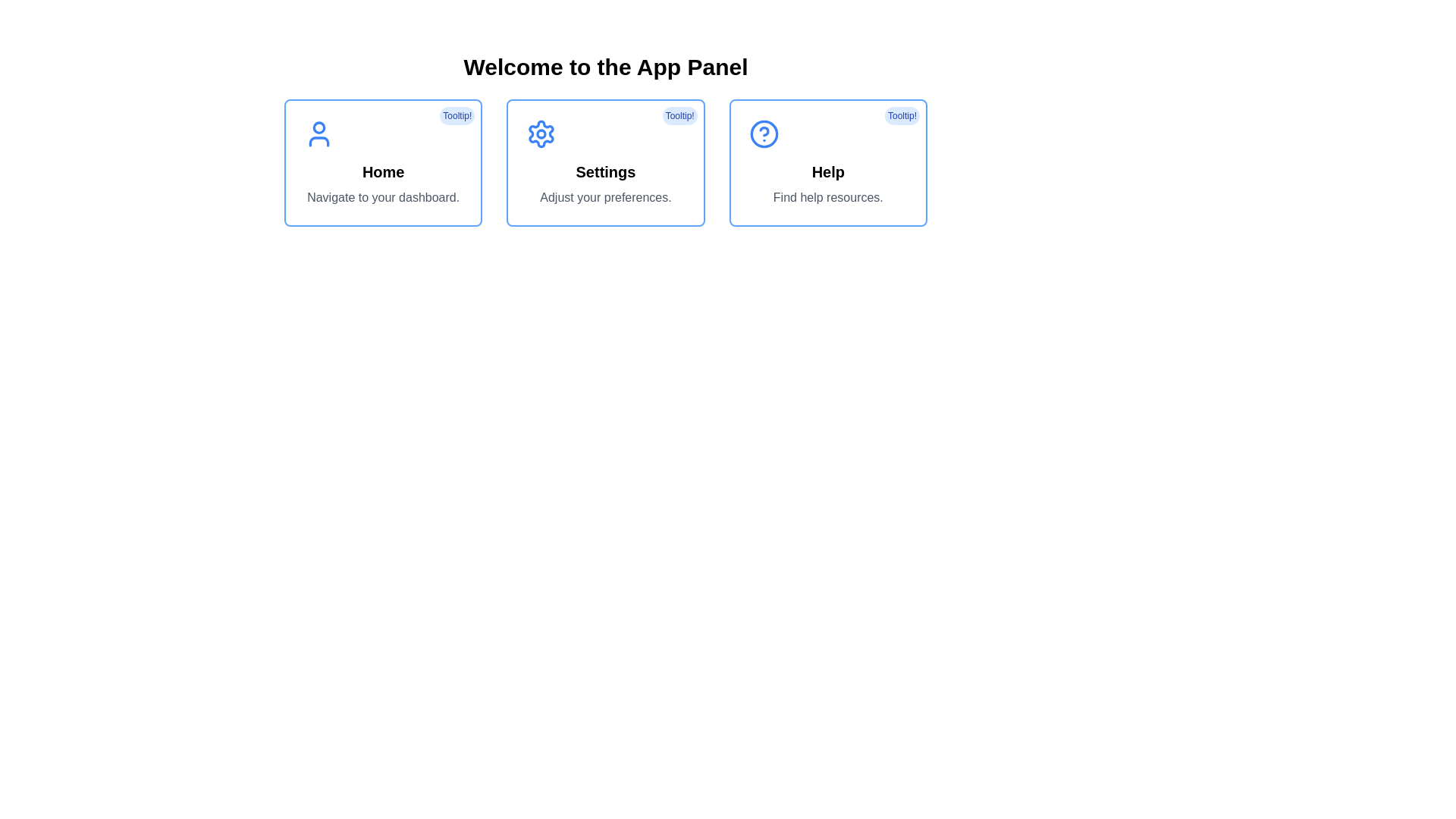 The width and height of the screenshot is (1456, 819). What do you see at coordinates (541, 133) in the screenshot?
I see `the blue cogwheel icon centered within the 'Settings' card` at bounding box center [541, 133].